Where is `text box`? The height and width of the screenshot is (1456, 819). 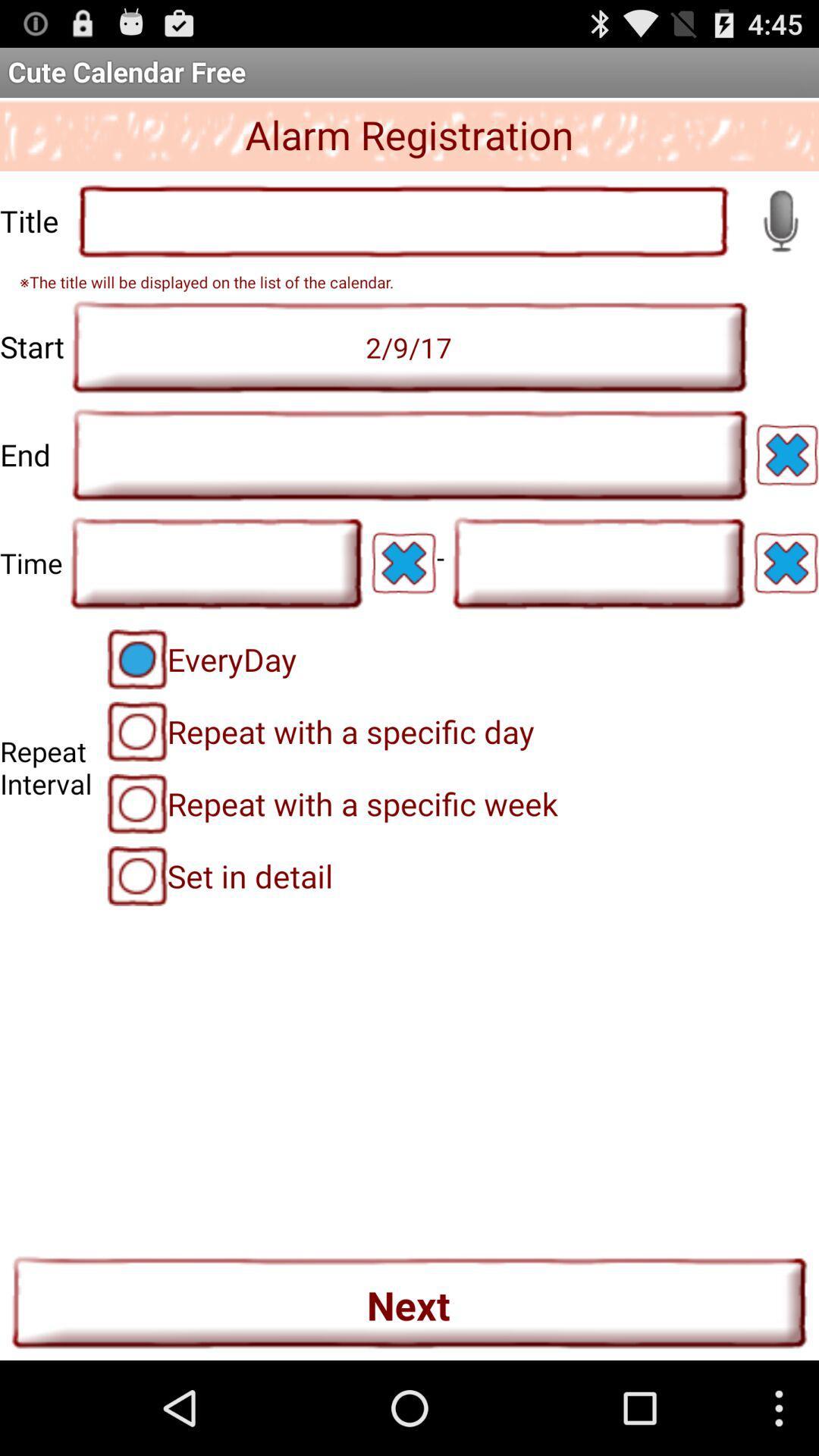
text box is located at coordinates (598, 562).